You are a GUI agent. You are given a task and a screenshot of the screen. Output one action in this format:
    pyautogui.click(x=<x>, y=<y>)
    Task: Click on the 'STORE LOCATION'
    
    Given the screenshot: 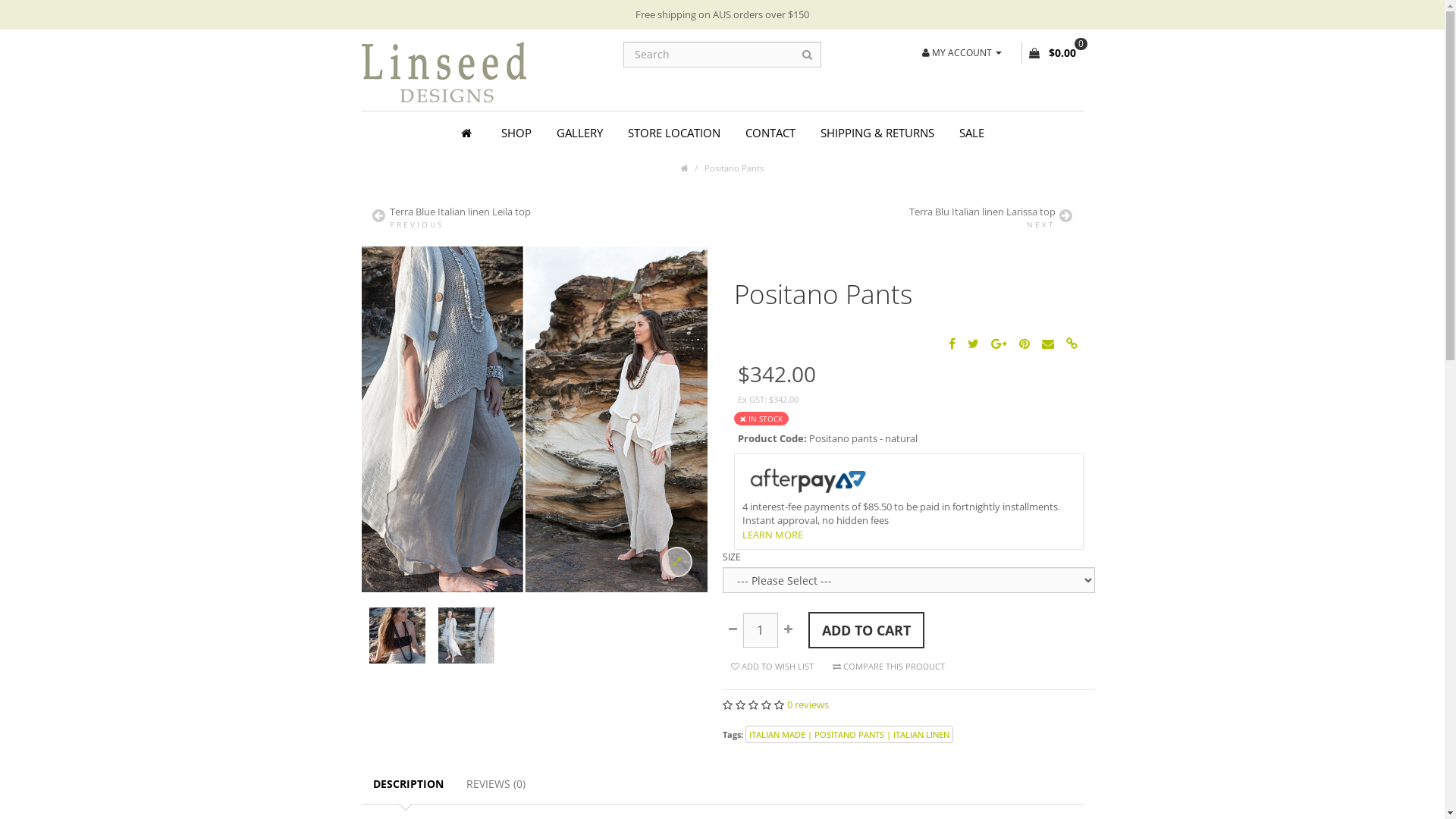 What is the action you would take?
    pyautogui.click(x=673, y=131)
    